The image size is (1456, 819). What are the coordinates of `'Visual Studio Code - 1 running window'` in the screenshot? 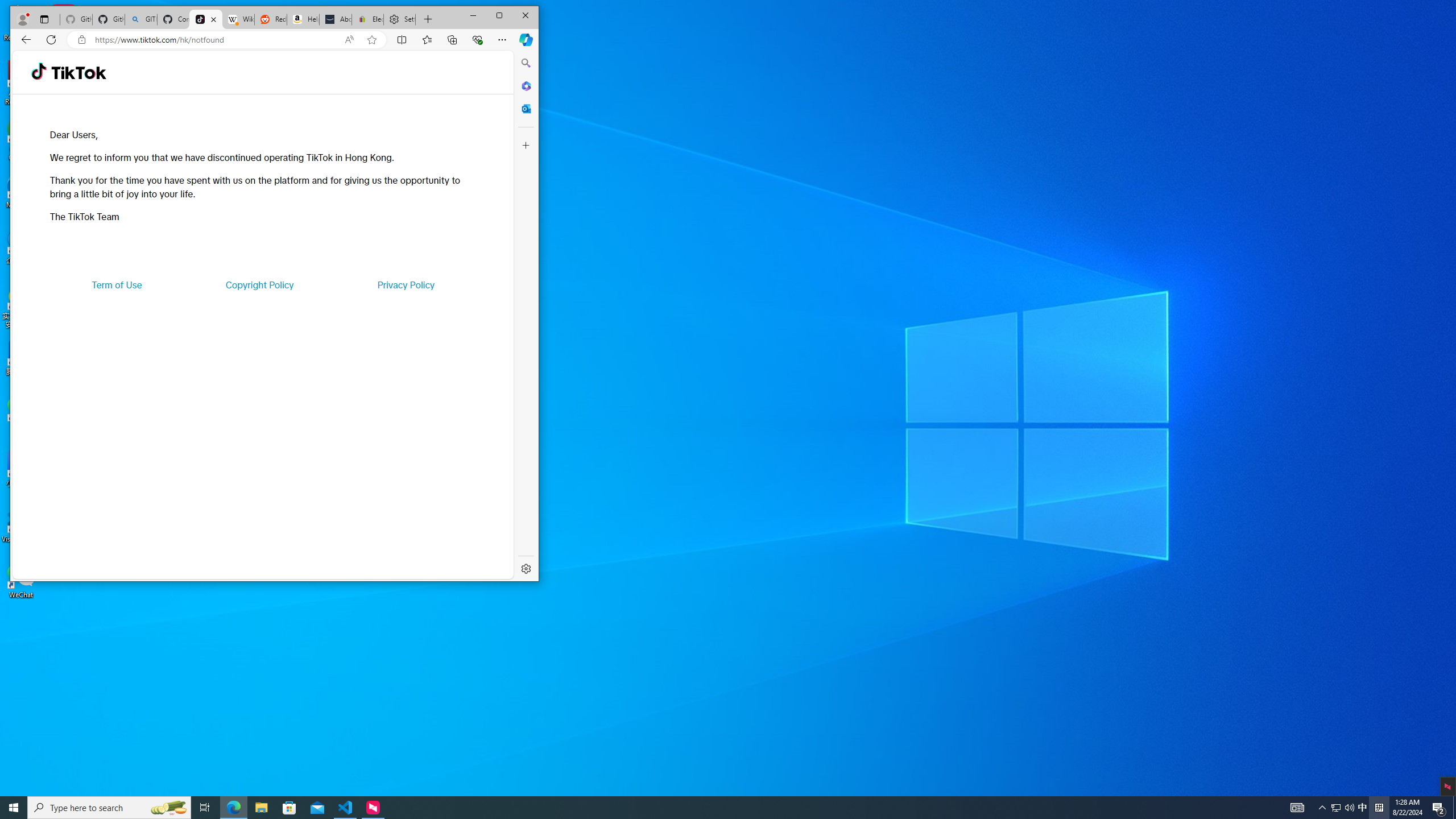 It's located at (345, 806).